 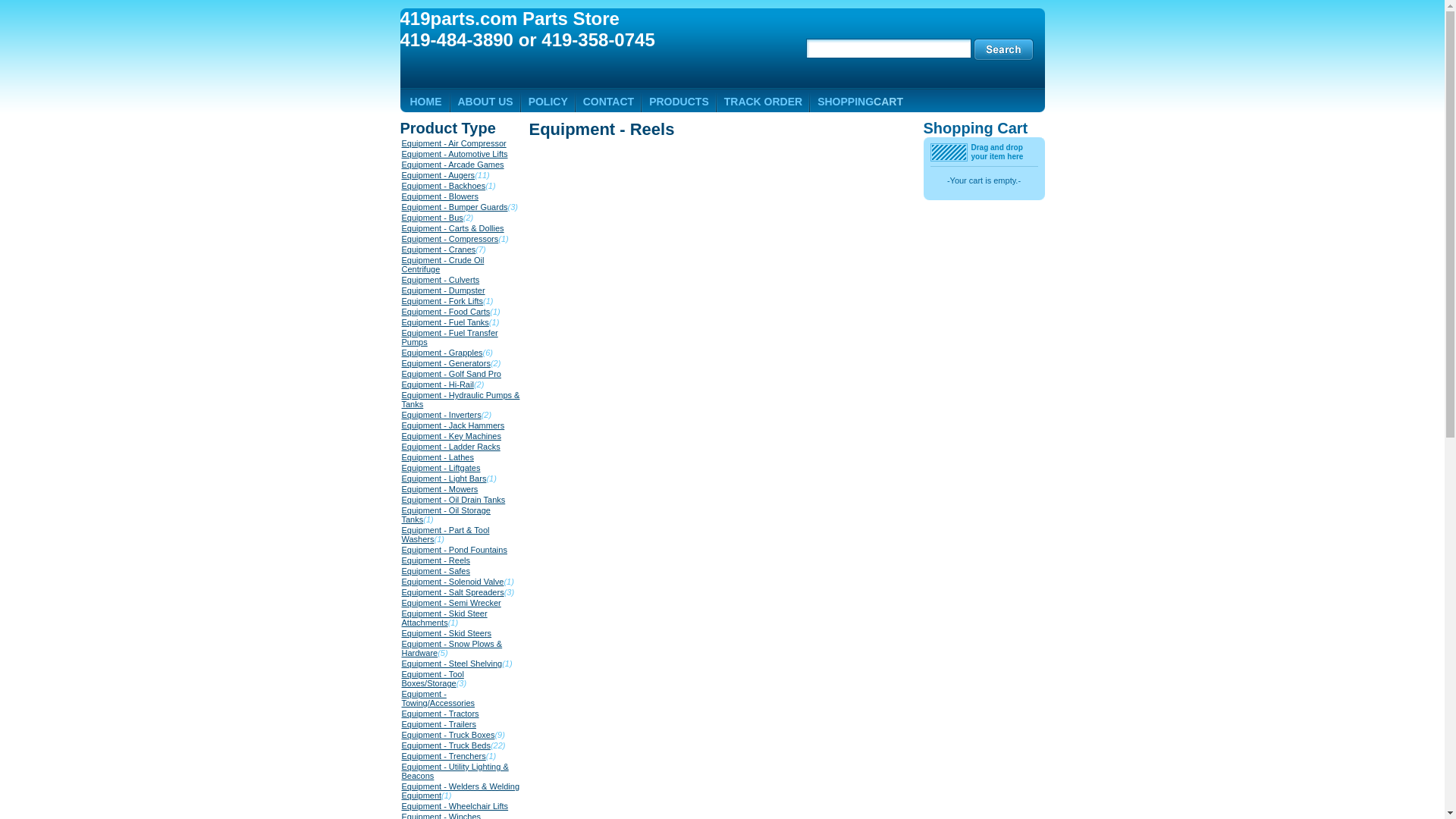 I want to click on 'Equipment - Jack Hammers', so click(x=453, y=425).